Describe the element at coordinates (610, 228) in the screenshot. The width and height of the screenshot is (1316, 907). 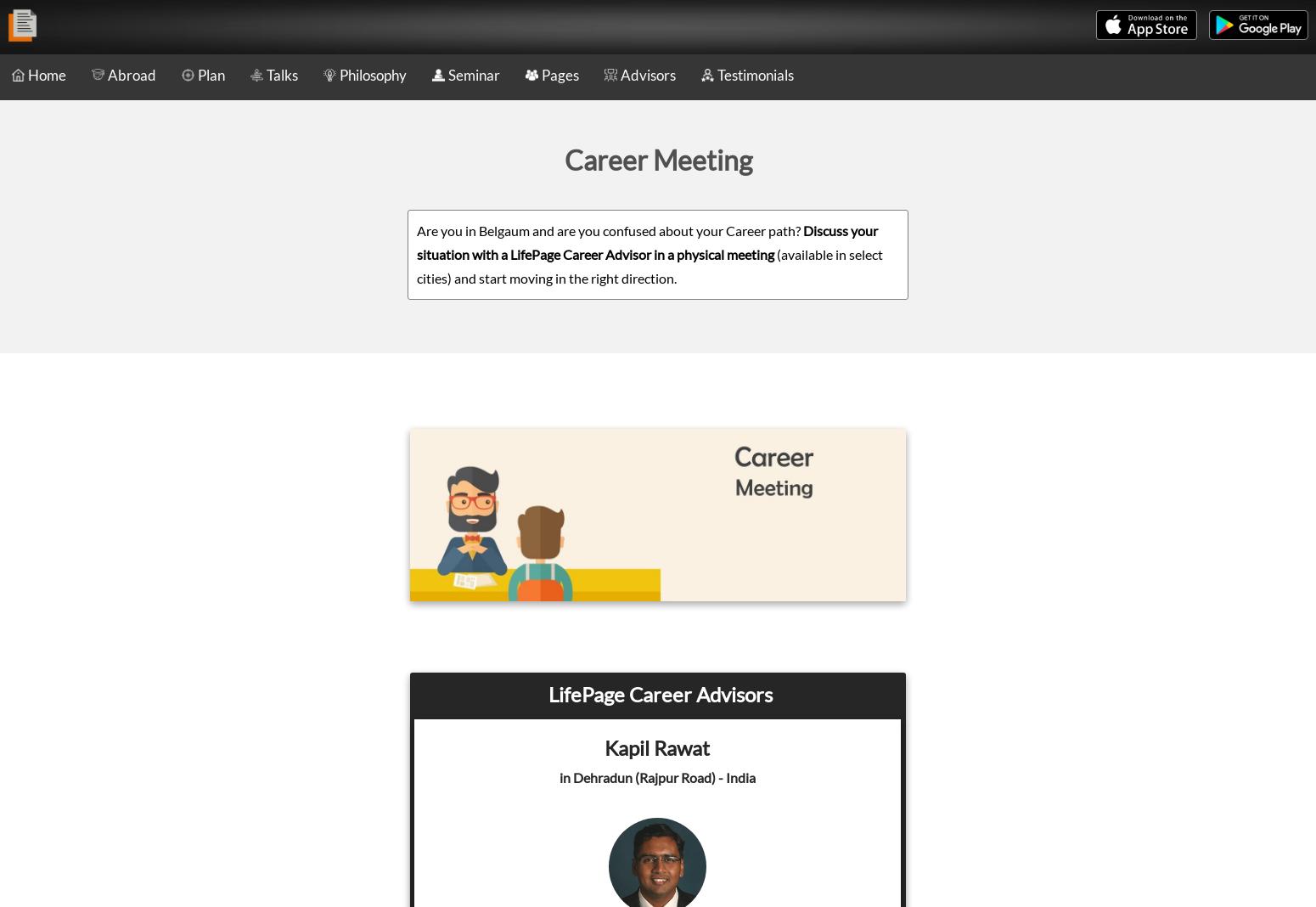
I see `'Are you in Belgaum and are you confused about your Career path?'` at that location.